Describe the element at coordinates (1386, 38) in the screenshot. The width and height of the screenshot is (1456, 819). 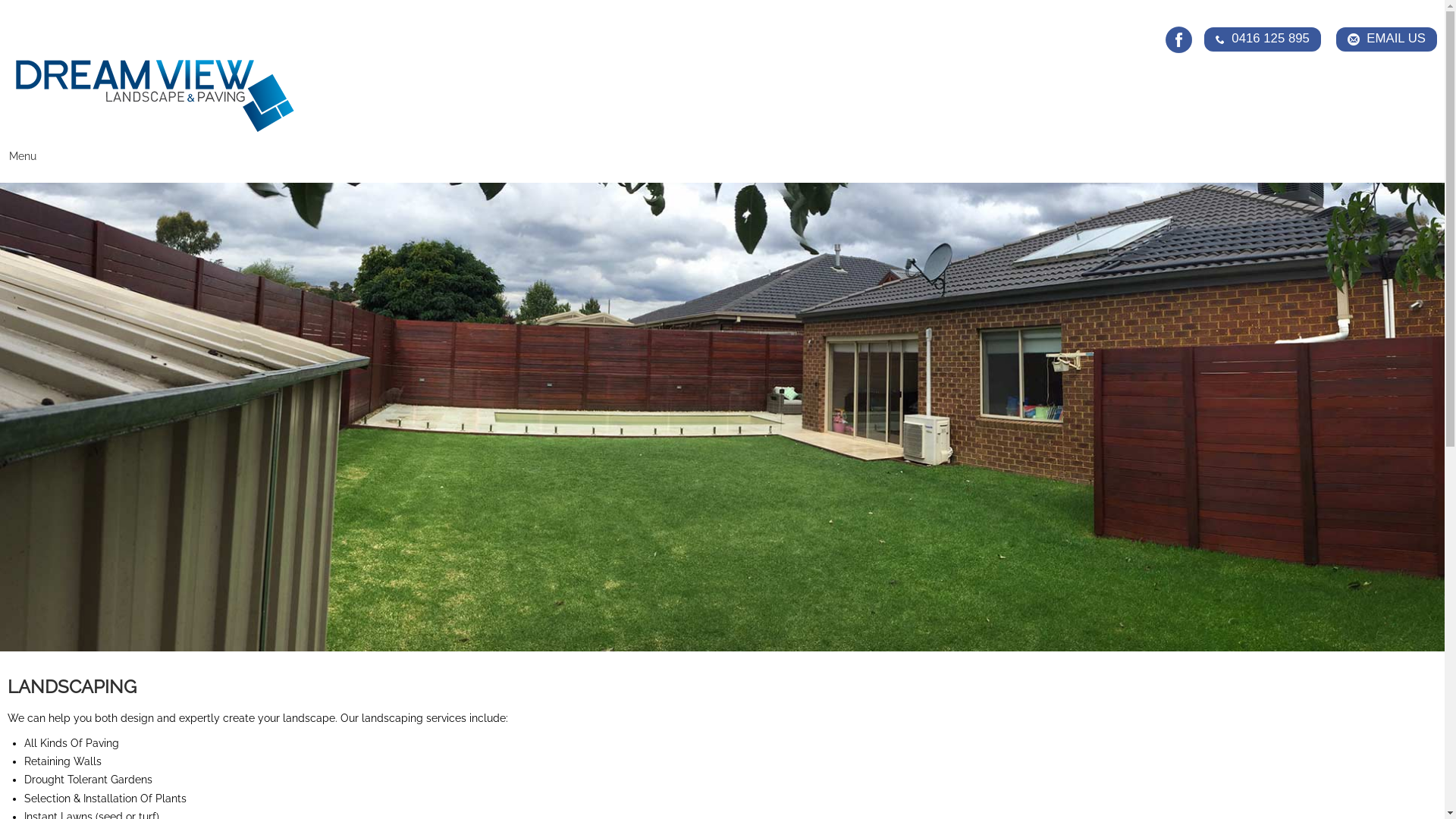
I see `'  EMAIL US'` at that location.